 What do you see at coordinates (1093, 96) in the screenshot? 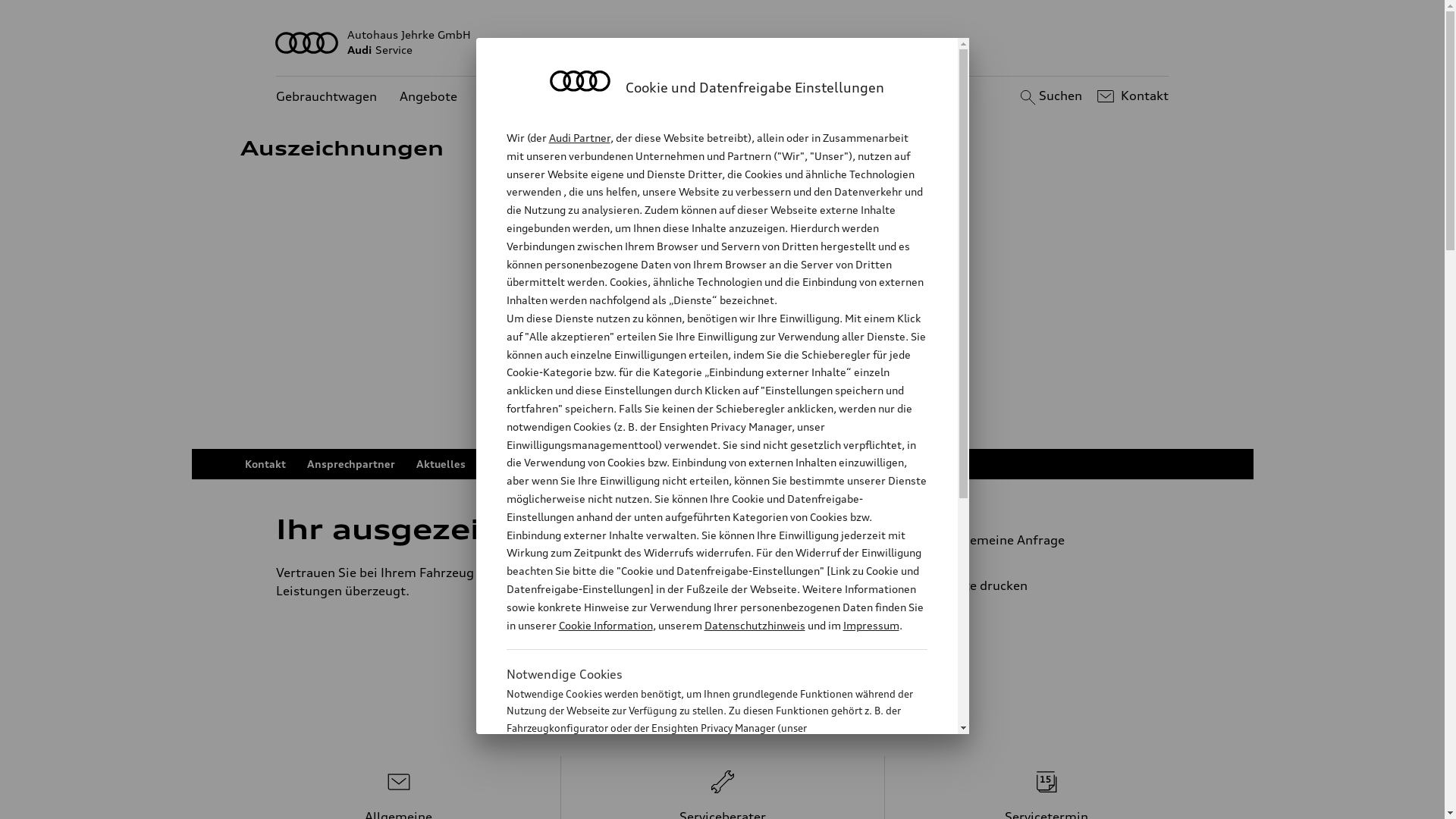
I see `'Kontakt'` at bounding box center [1093, 96].